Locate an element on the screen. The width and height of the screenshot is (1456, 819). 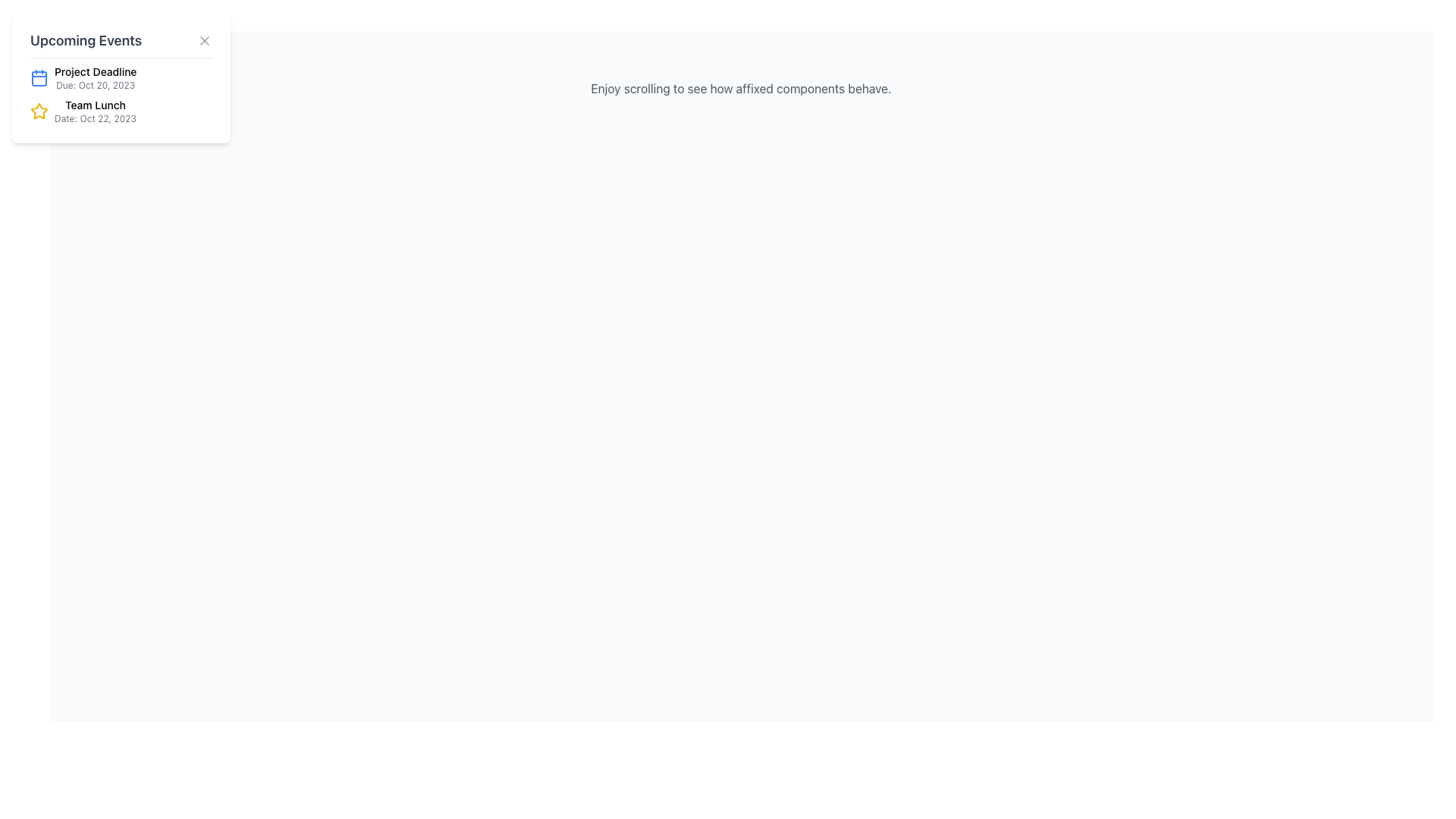
the close action icon, which is a cross-shaped icon located in the top-right corner of the 'Upcoming Events' card component is located at coordinates (203, 40).